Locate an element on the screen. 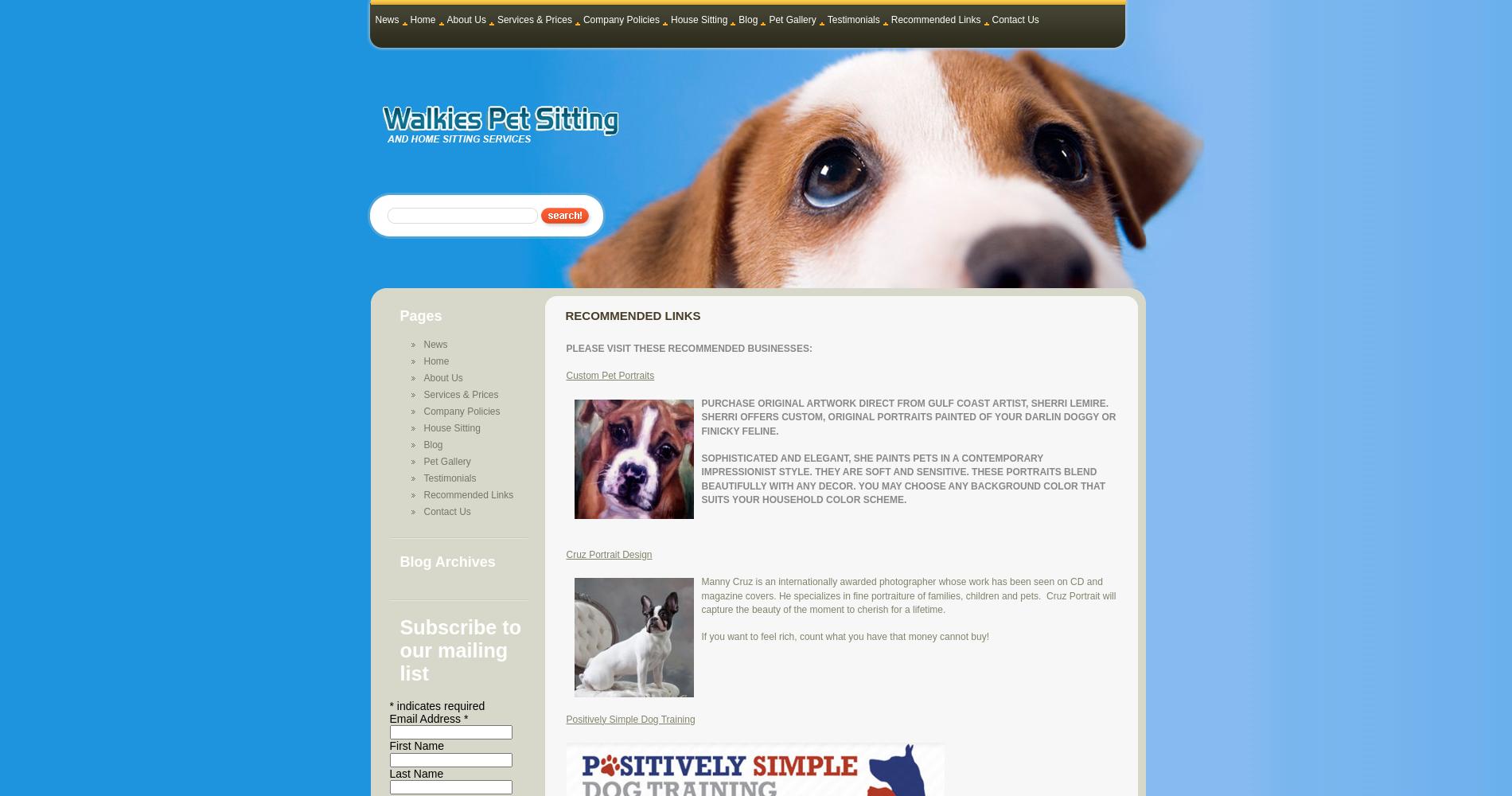  'Pages' is located at coordinates (399, 316).